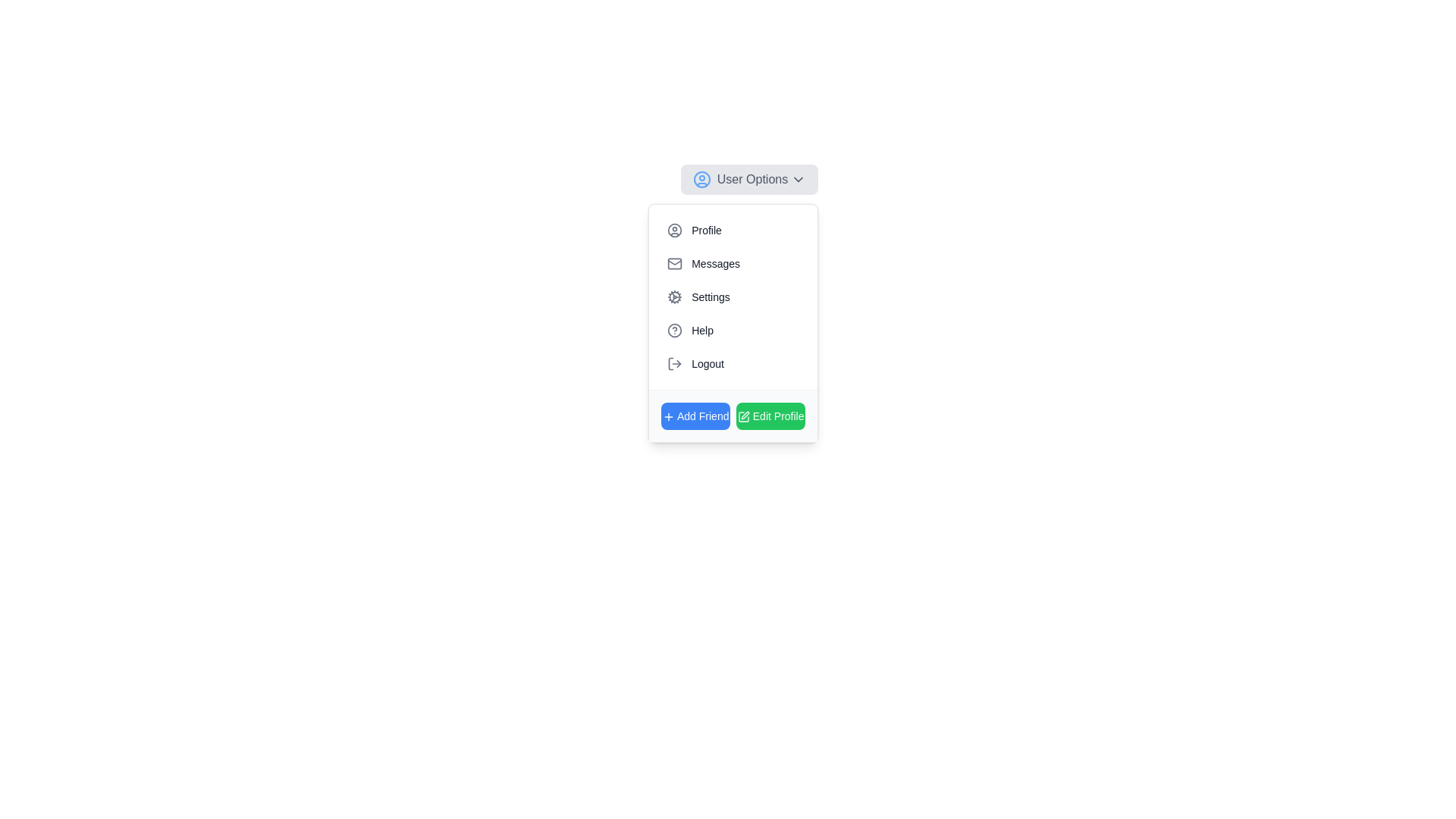 The image size is (1456, 819). Describe the element at coordinates (667, 417) in the screenshot. I see `the icon representing the 'Add Friend' action, located on the left side of the 'Add Friend' button within the blue button at the bottom-left corner of the menu panel` at that location.